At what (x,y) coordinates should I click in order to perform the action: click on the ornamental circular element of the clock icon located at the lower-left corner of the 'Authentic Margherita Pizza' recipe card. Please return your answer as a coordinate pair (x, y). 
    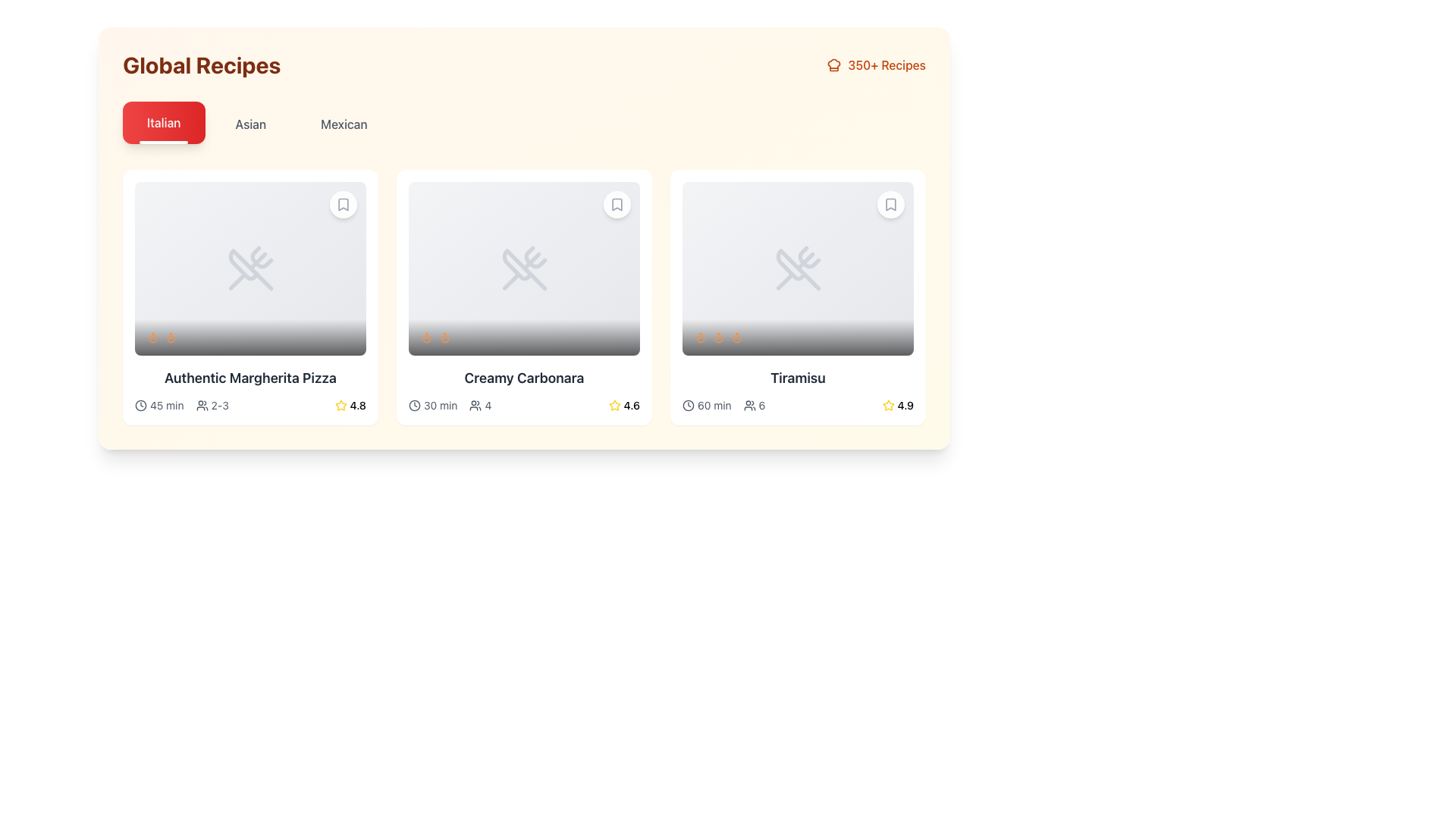
    Looking at the image, I should click on (141, 404).